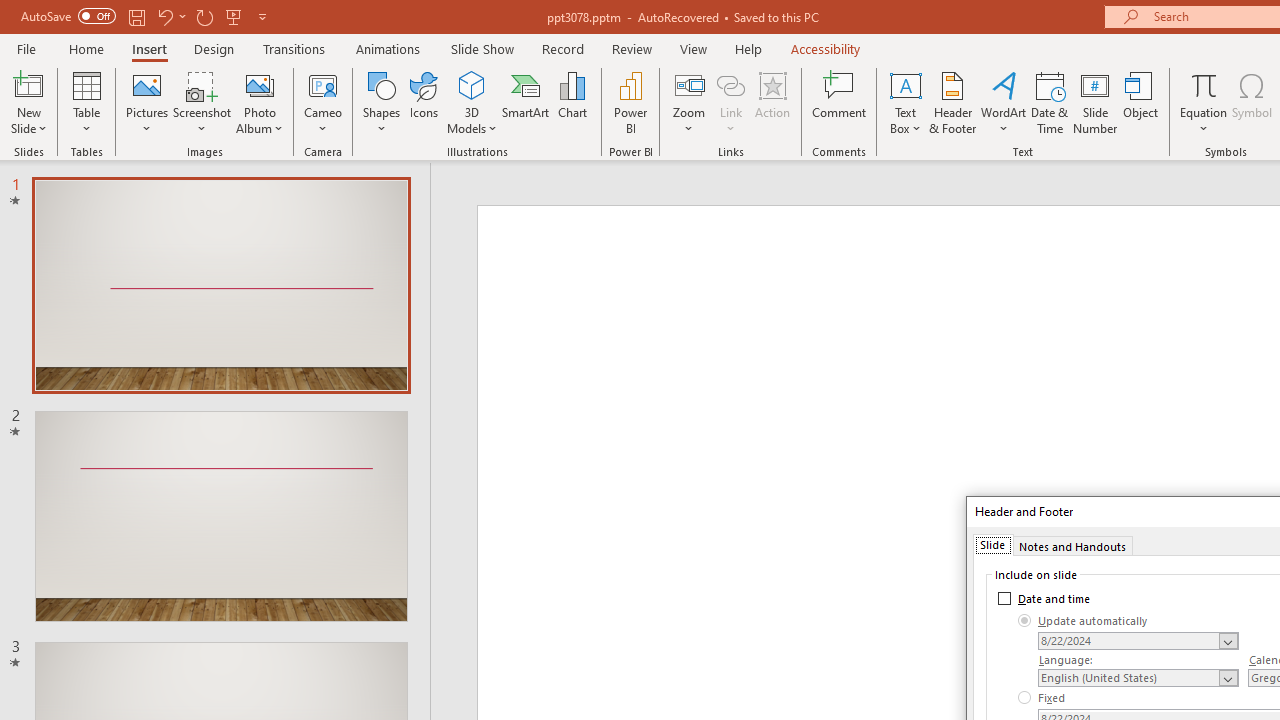  Describe the element at coordinates (258, 84) in the screenshot. I see `'New Photo Album...'` at that location.